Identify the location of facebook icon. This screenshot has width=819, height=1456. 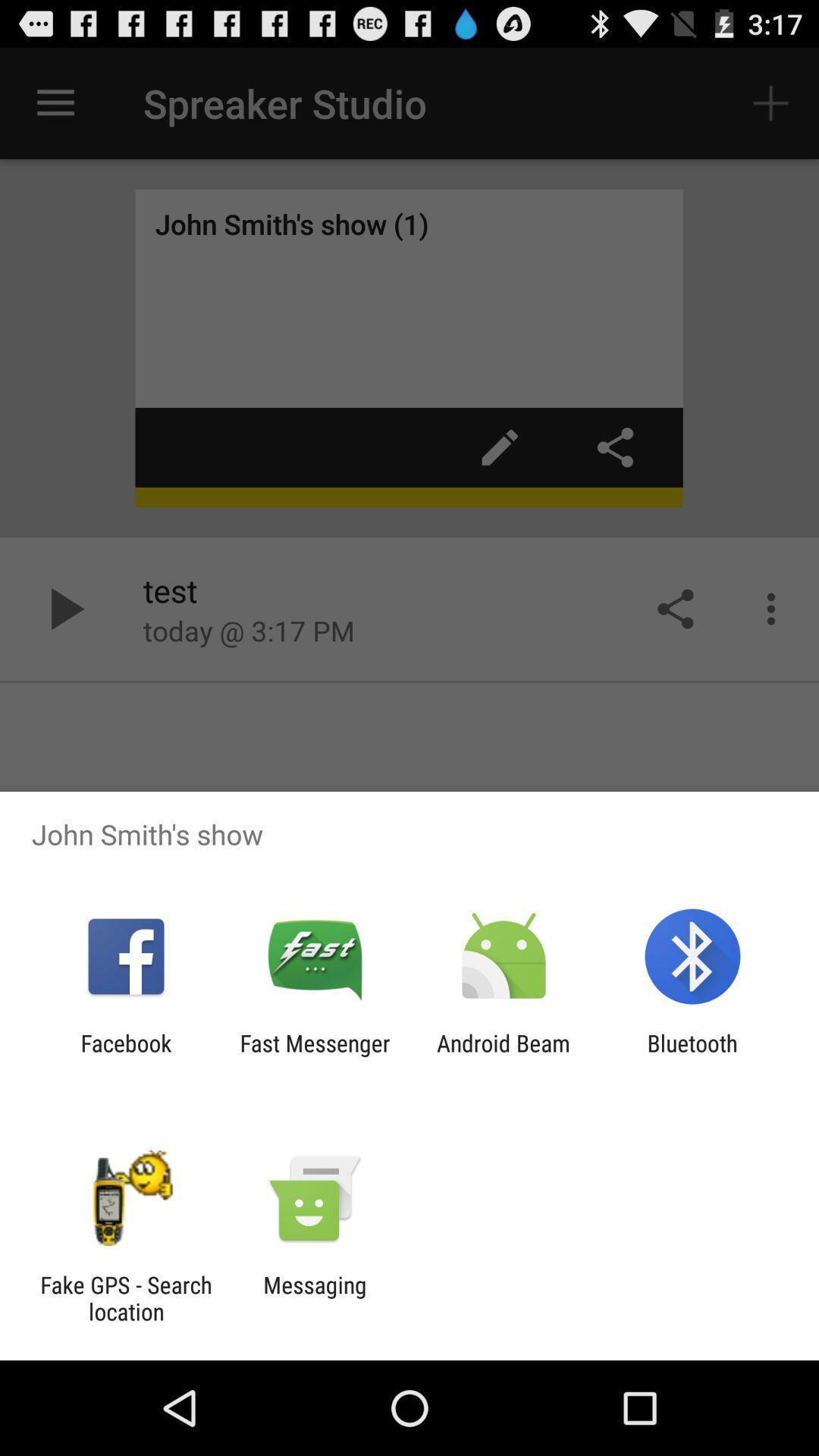
(125, 1056).